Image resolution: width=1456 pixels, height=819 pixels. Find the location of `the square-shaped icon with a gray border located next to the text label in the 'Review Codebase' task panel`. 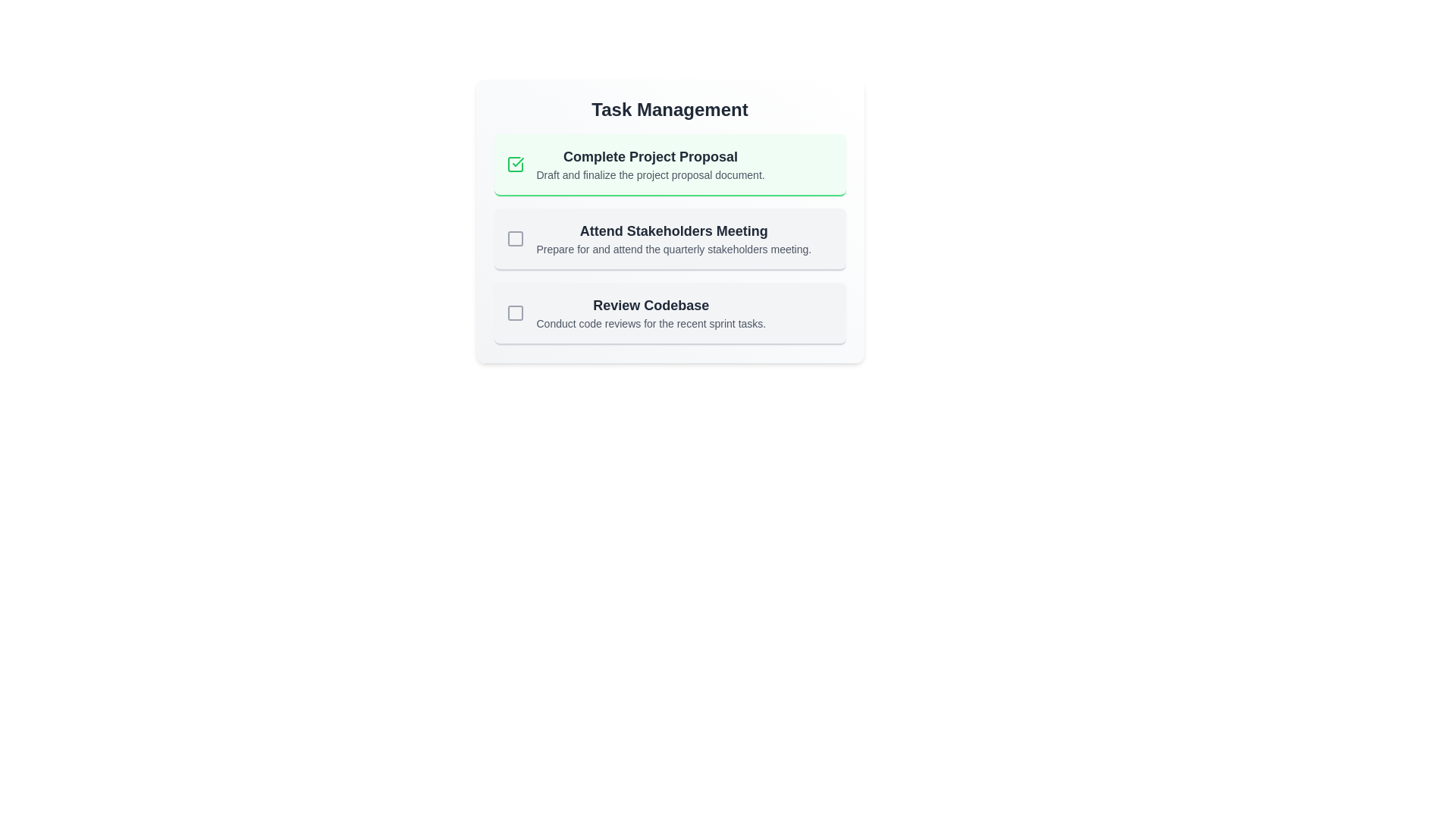

the square-shaped icon with a gray border located next to the text label in the 'Review Codebase' task panel is located at coordinates (515, 312).